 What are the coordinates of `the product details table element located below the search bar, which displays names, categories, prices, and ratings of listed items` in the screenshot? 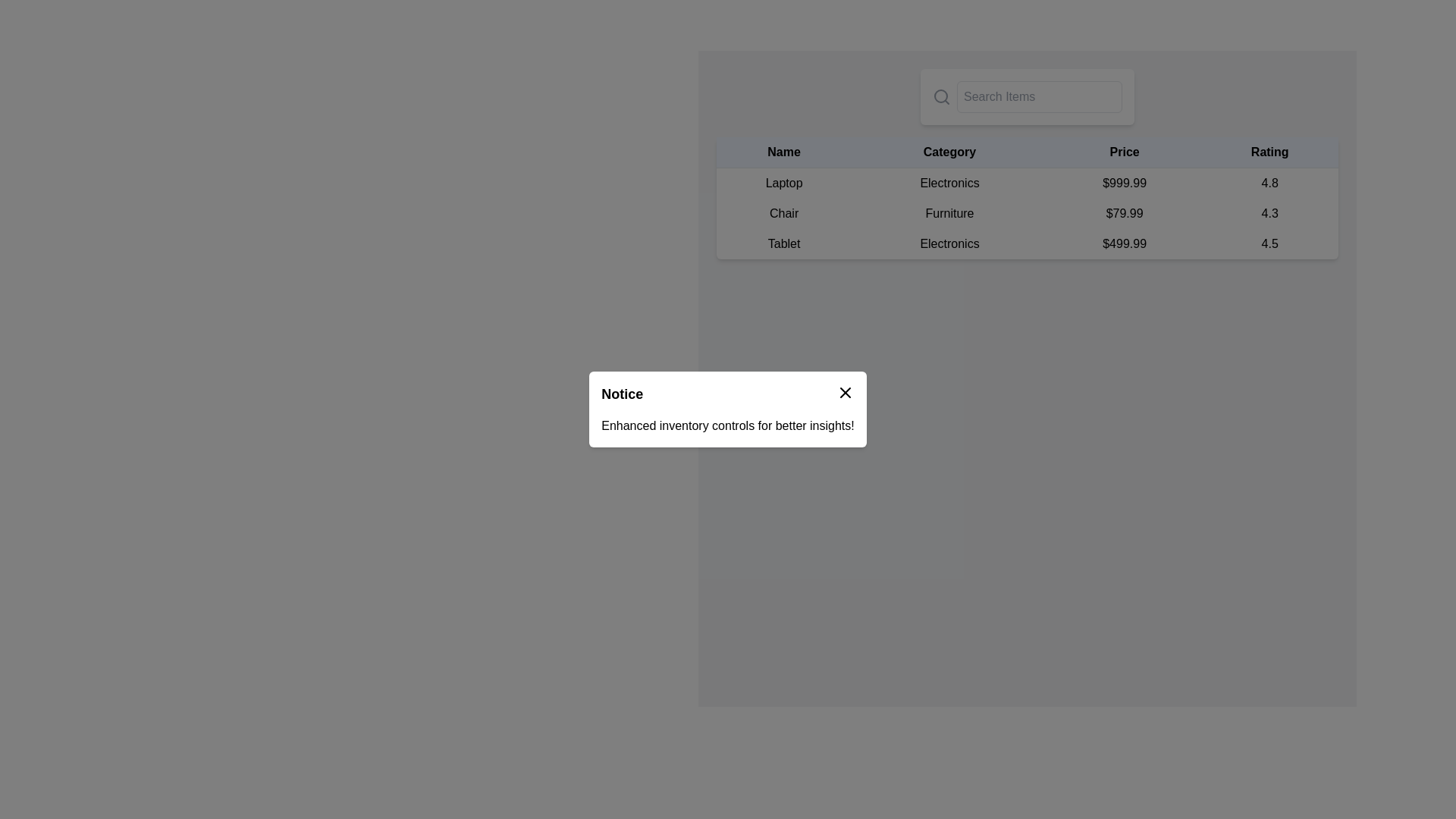 It's located at (1027, 197).